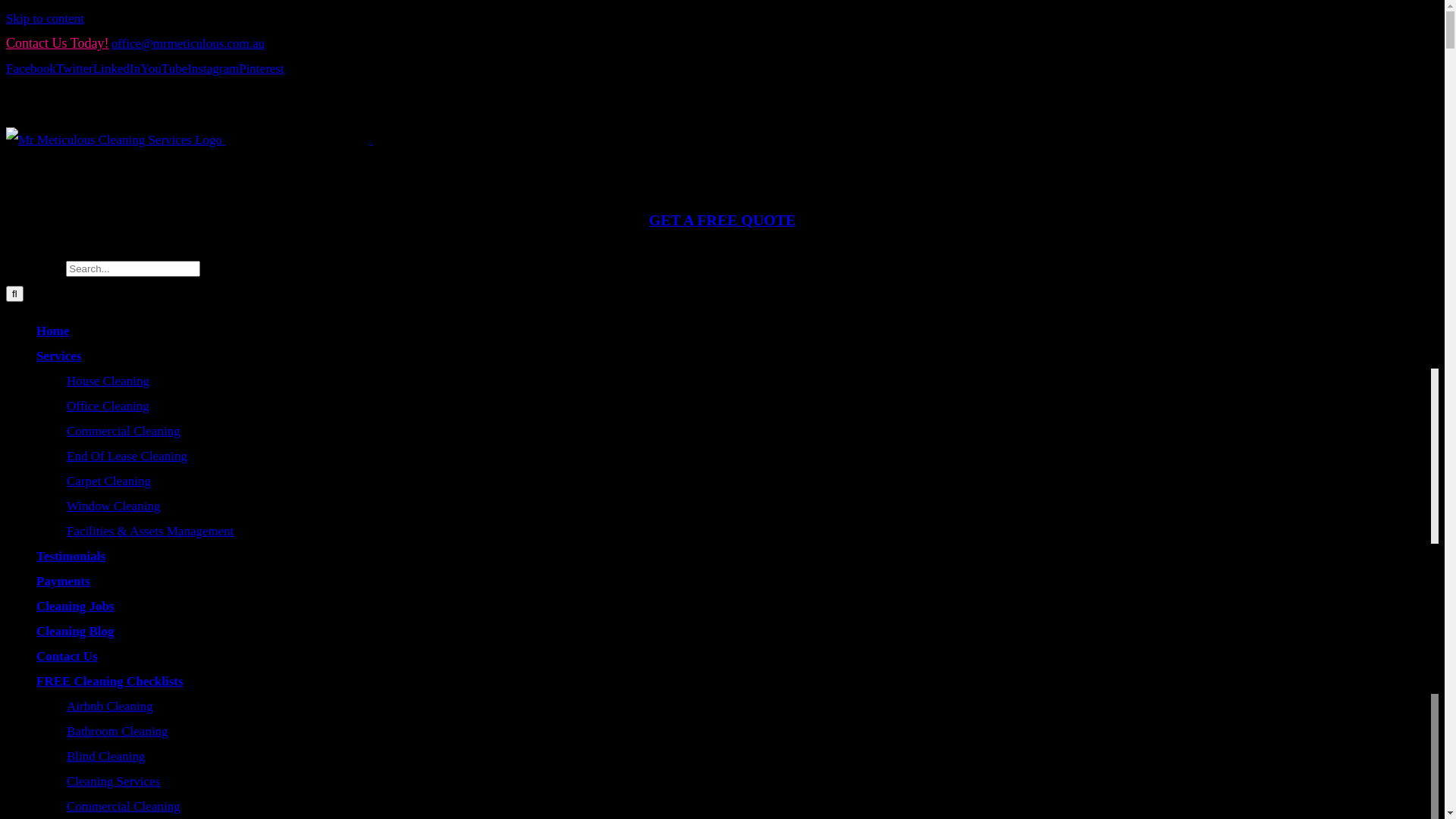  Describe the element at coordinates (65, 781) in the screenshot. I see `'Cleaning Services'` at that location.